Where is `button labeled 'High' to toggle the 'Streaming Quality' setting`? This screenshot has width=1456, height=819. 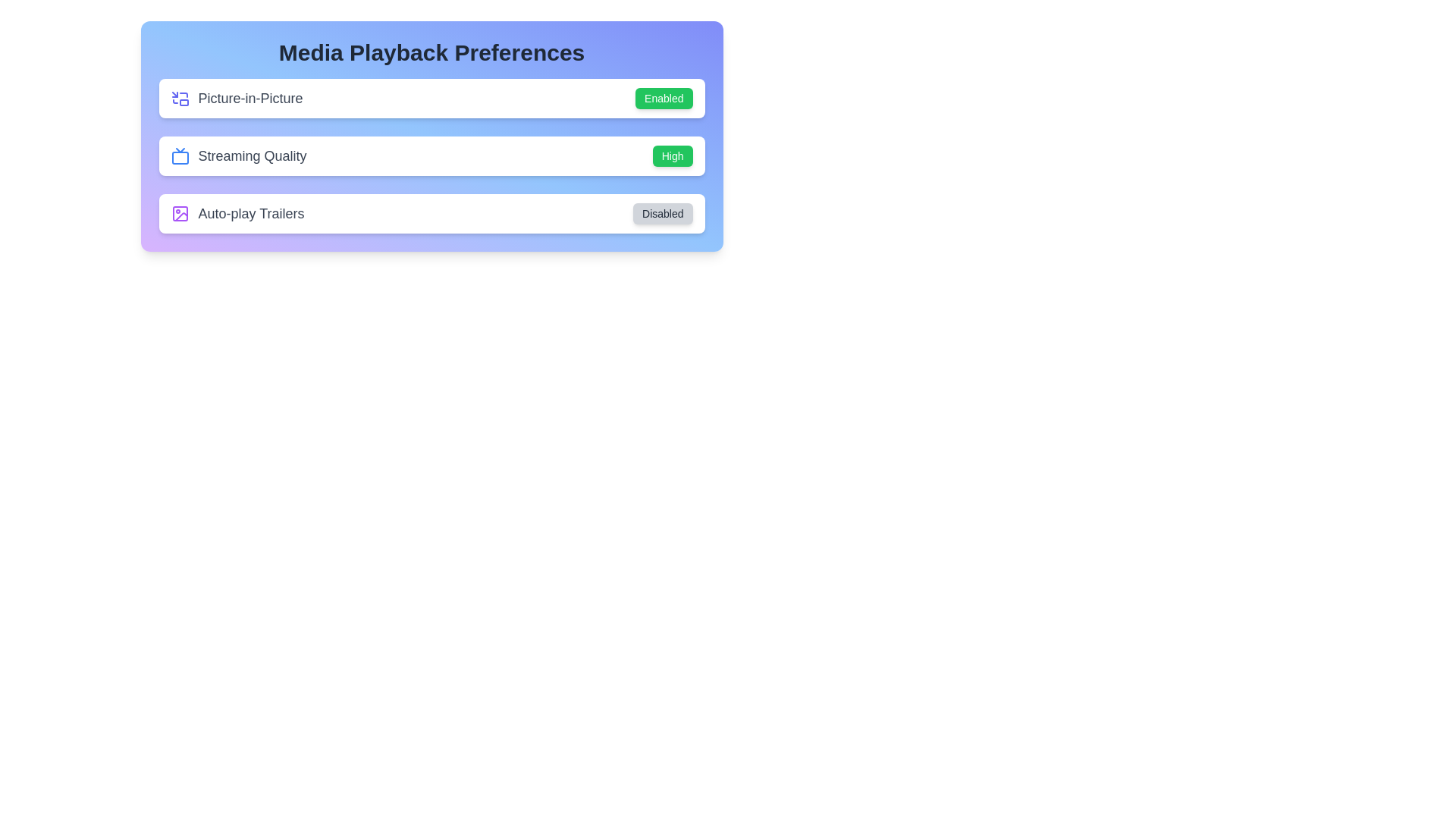
button labeled 'High' to toggle the 'Streaming Quality' setting is located at coordinates (672, 155).